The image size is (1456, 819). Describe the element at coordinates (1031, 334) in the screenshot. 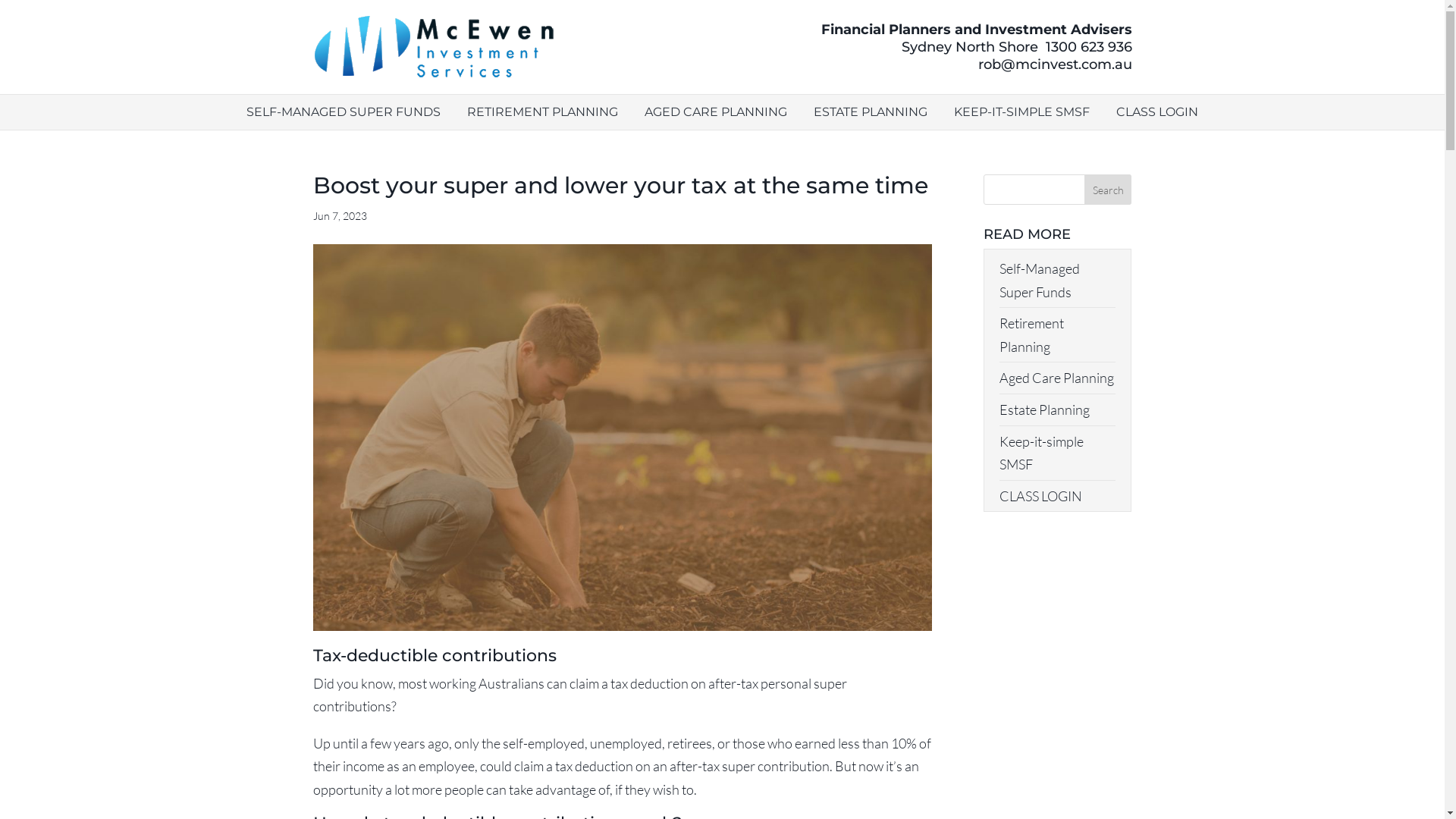

I see `'Retirement Planning'` at that location.